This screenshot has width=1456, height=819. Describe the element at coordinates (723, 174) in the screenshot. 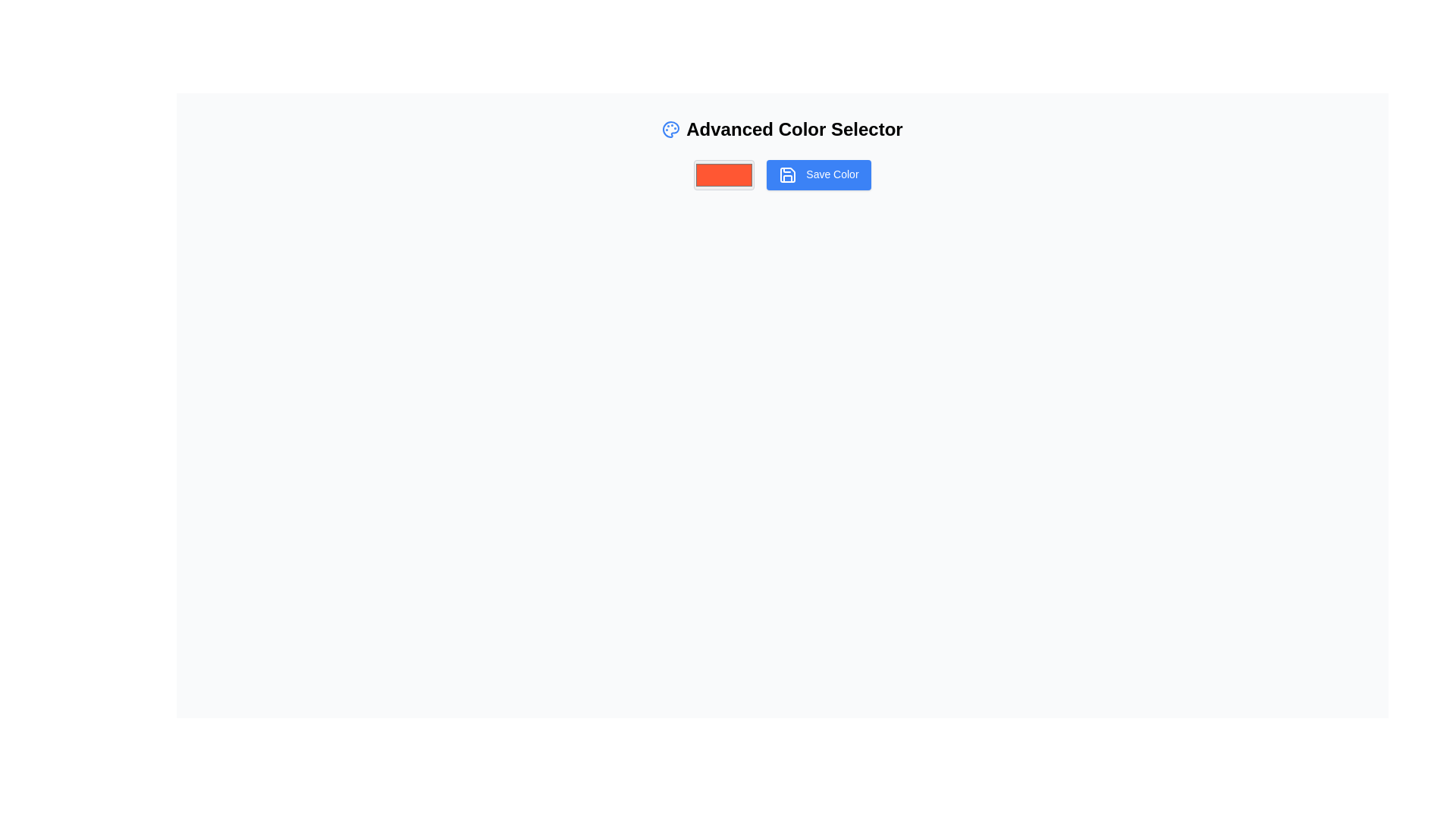

I see `the color picker element located to the left of the 'Save Color' button` at that location.